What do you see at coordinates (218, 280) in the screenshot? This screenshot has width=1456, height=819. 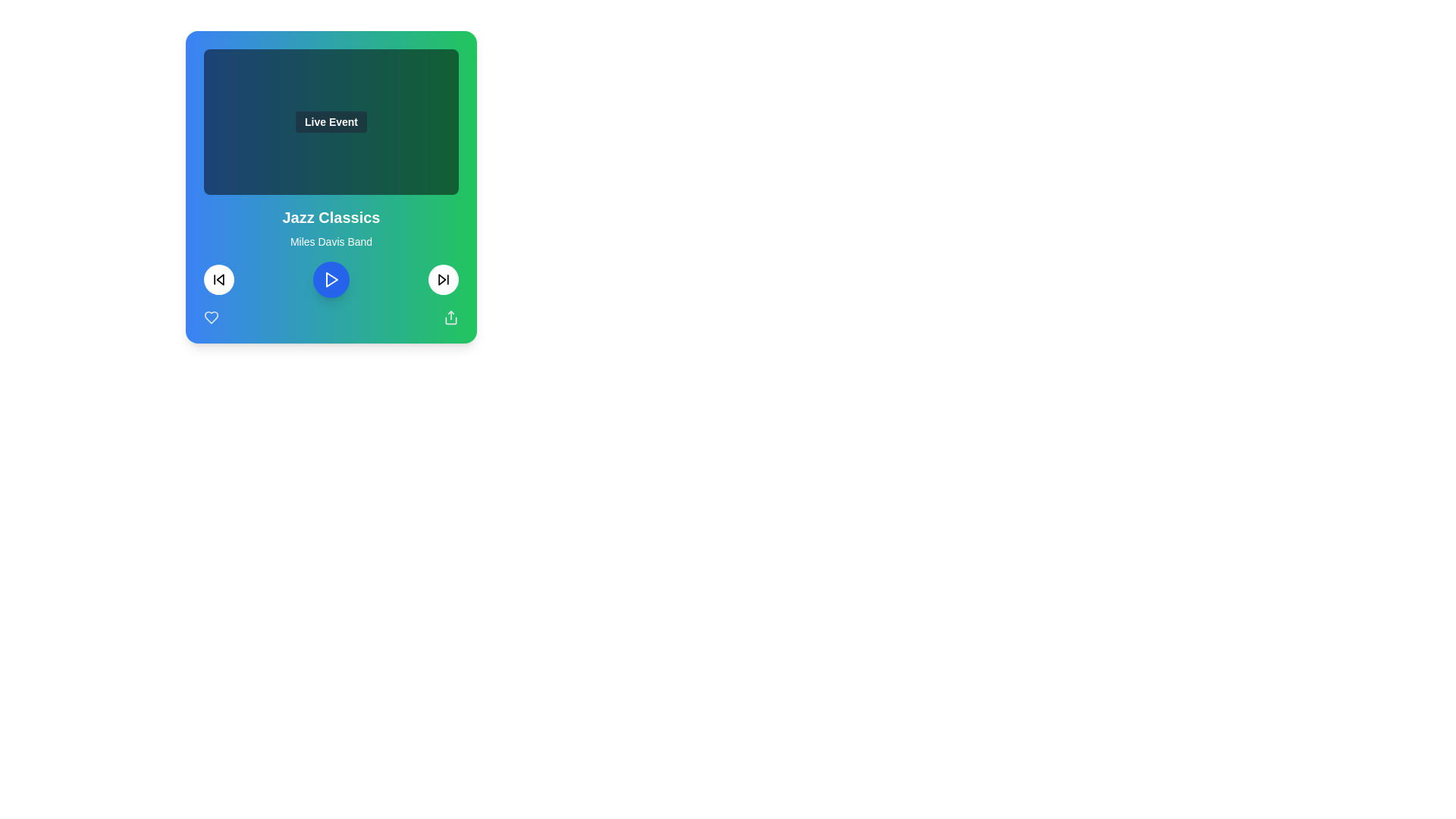 I see `the skip-back button located on the music player interface, positioned to the left of the central play button and to the right of the bottom-left favorite icon, to skip to the previous track` at bounding box center [218, 280].